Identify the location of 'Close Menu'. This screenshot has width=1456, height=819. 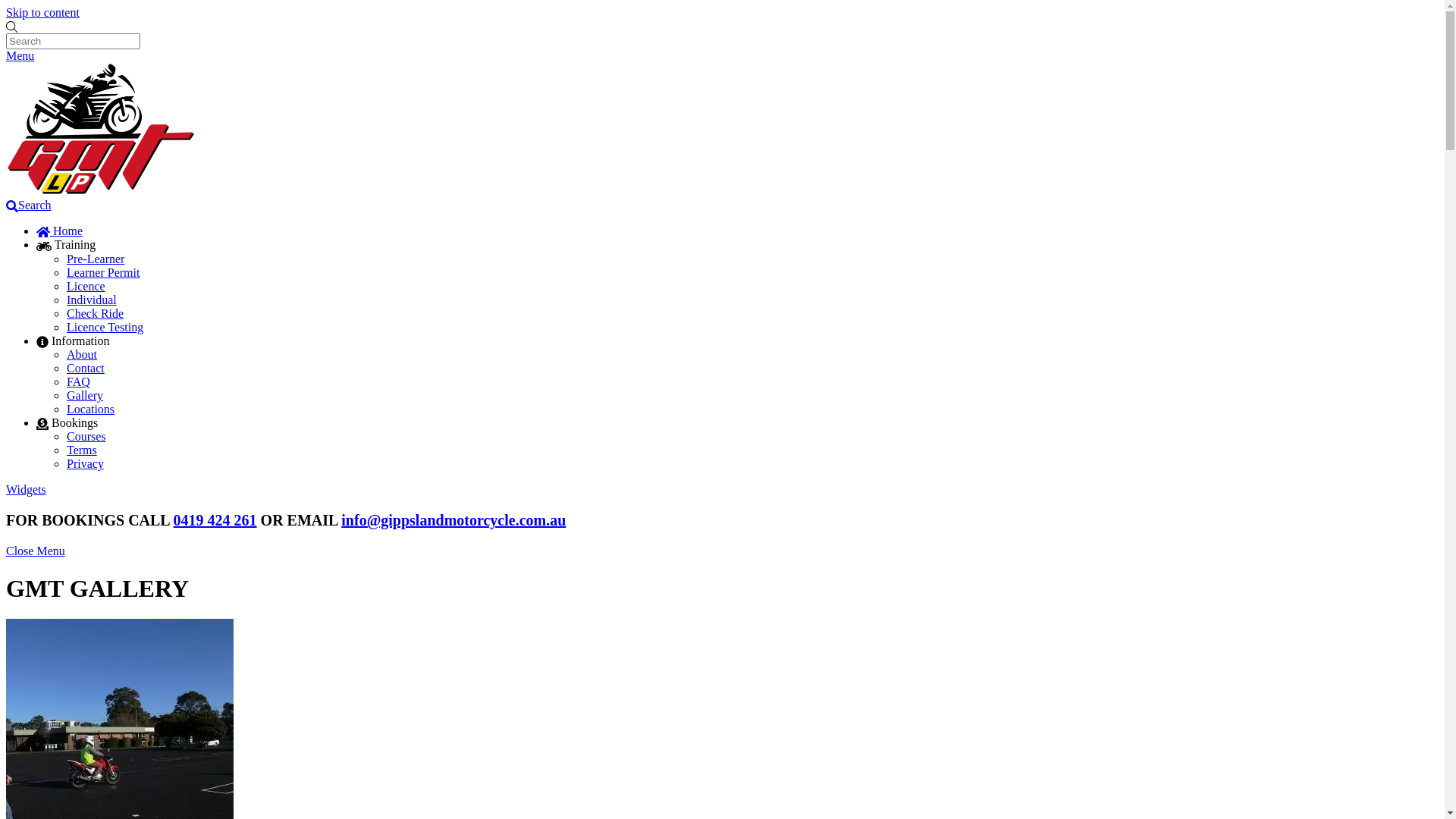
(36, 551).